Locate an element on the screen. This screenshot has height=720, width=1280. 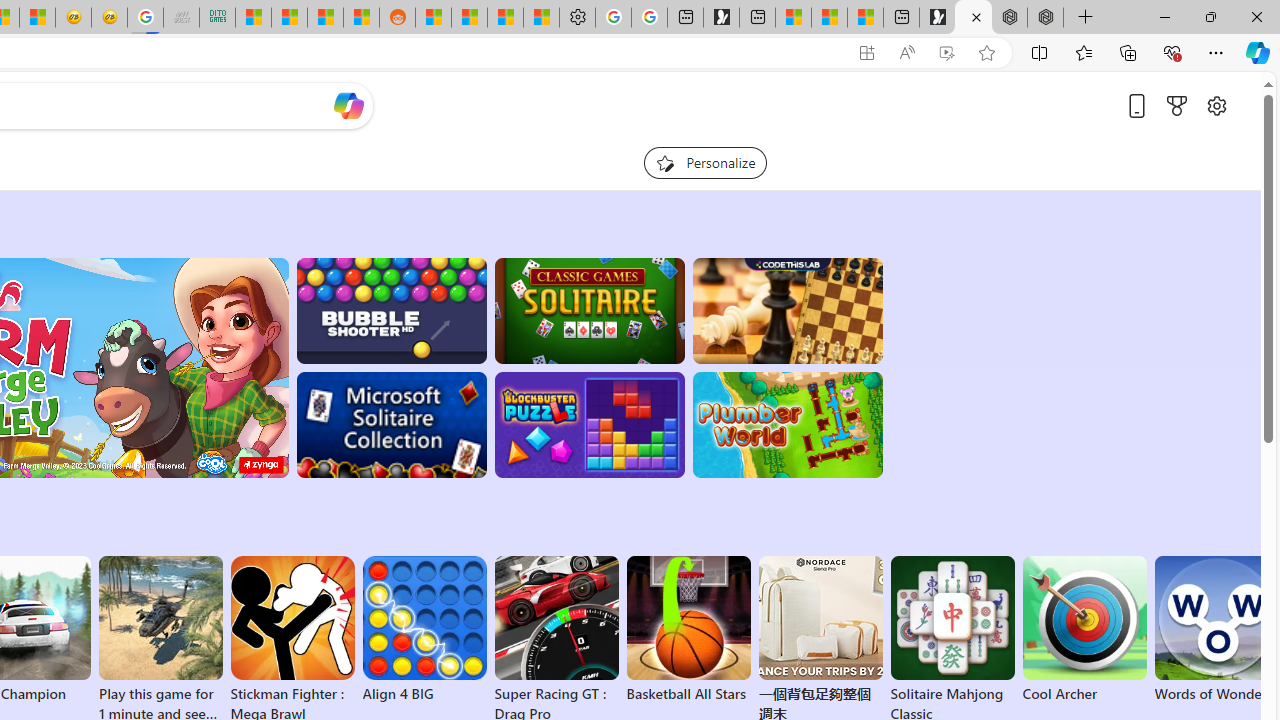
'MSNBC - MSN' is located at coordinates (252, 17).